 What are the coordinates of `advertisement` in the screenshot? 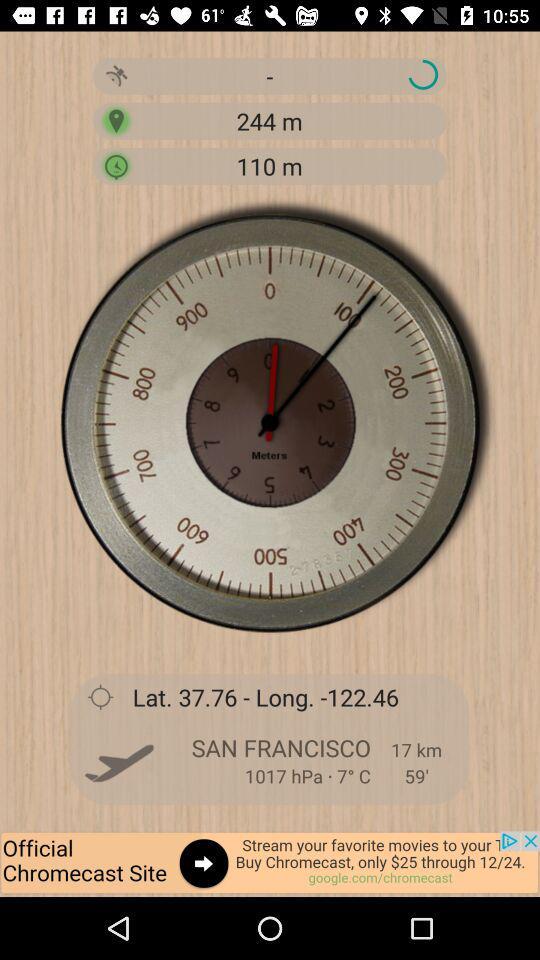 It's located at (270, 863).